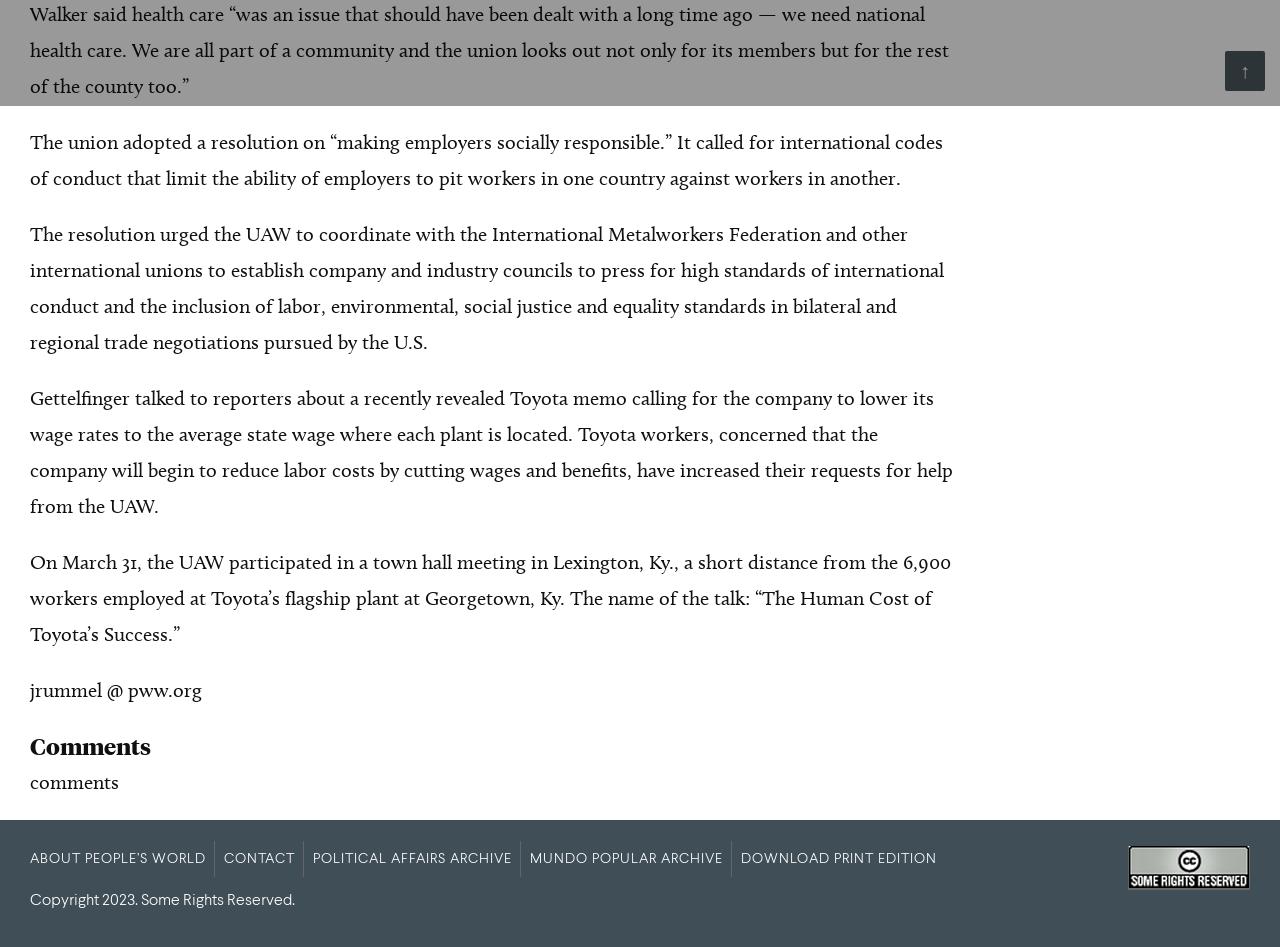  What do you see at coordinates (29, 782) in the screenshot?
I see `'comments'` at bounding box center [29, 782].